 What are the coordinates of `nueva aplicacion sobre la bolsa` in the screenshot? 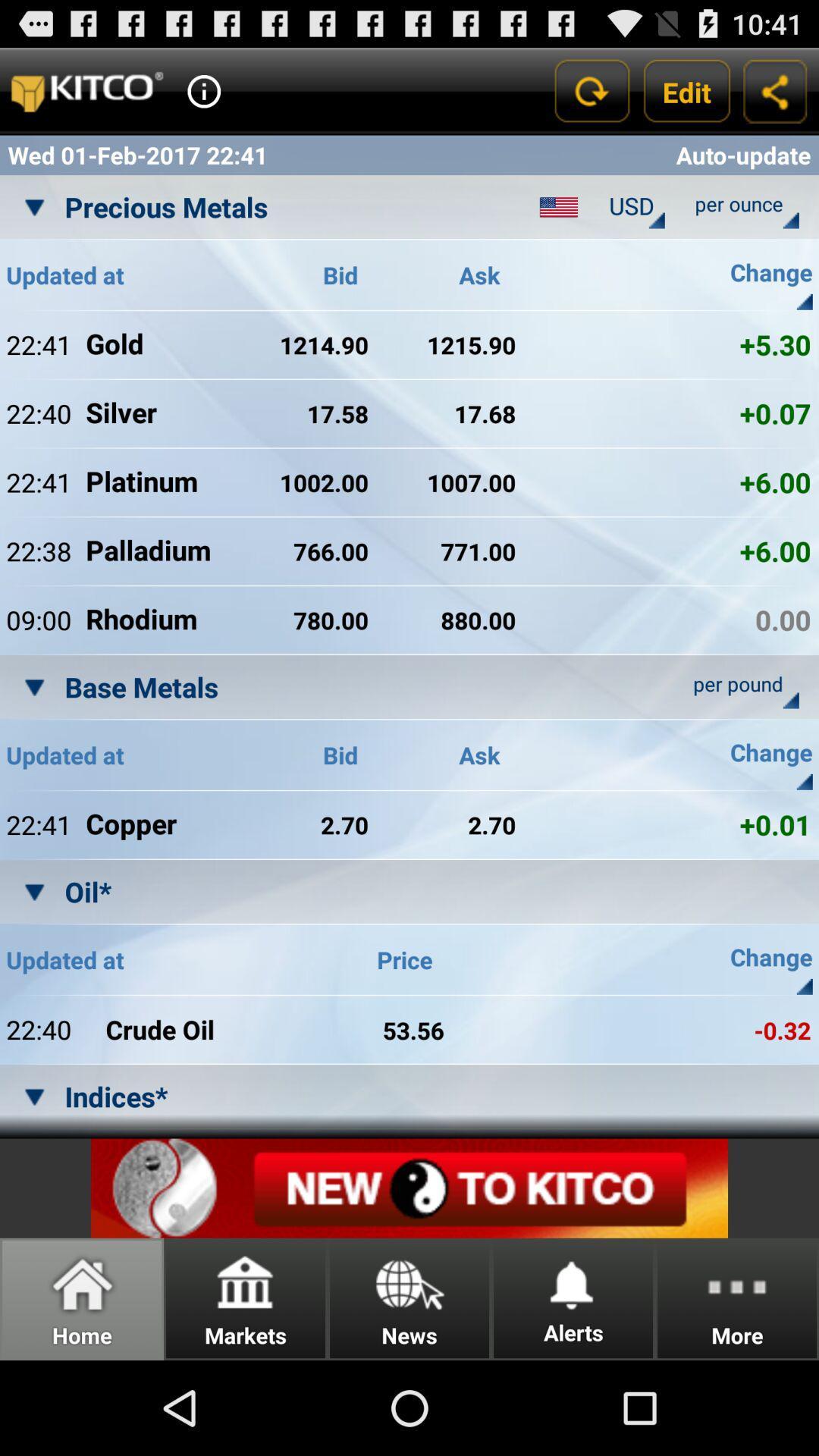 It's located at (409, 1188).